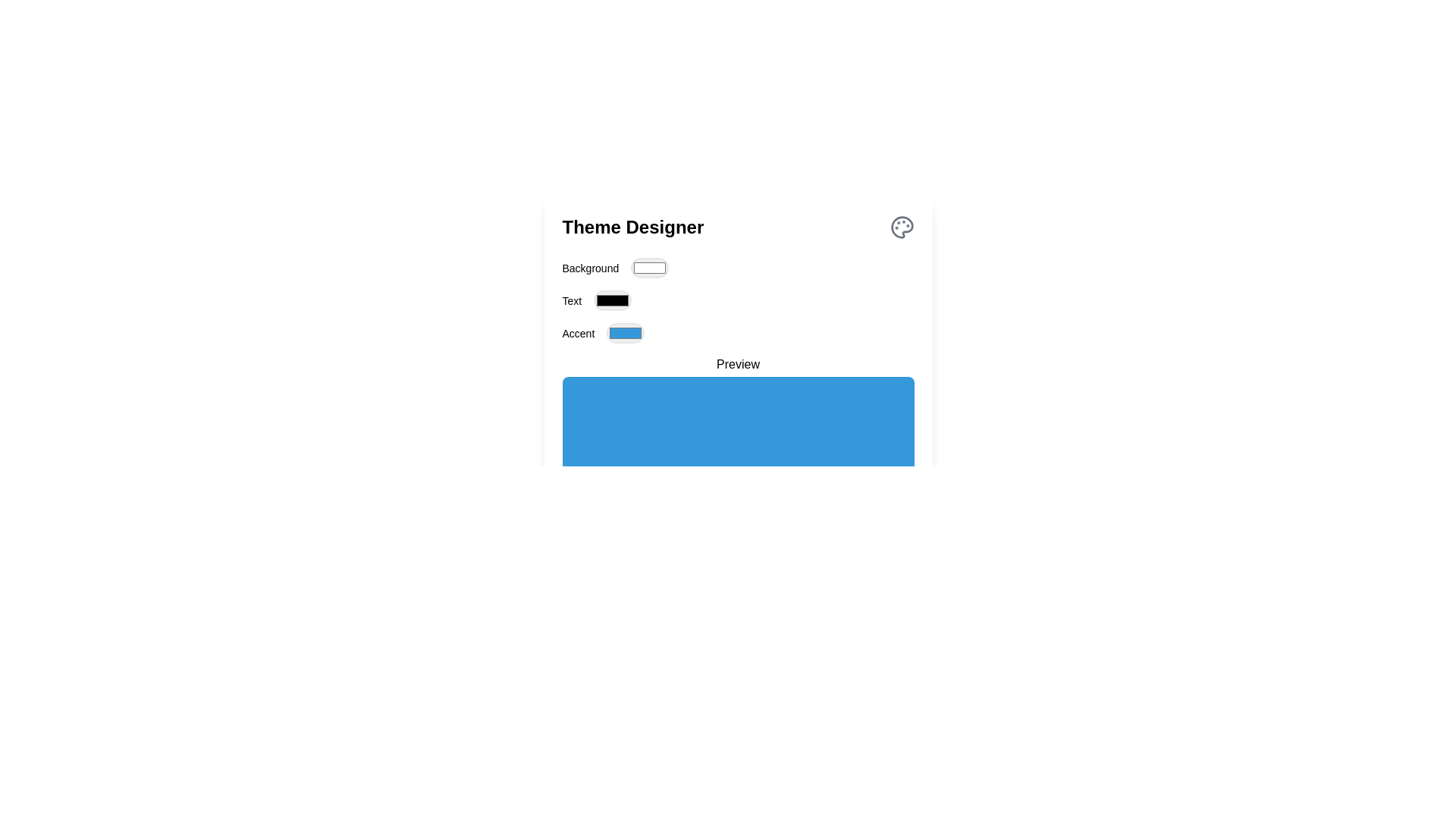  Describe the element at coordinates (738, 365) in the screenshot. I see `the 'Preview' label, which is styled in medium font weight, horizontally centered above a blue rectangular area, for potential additional information` at that location.